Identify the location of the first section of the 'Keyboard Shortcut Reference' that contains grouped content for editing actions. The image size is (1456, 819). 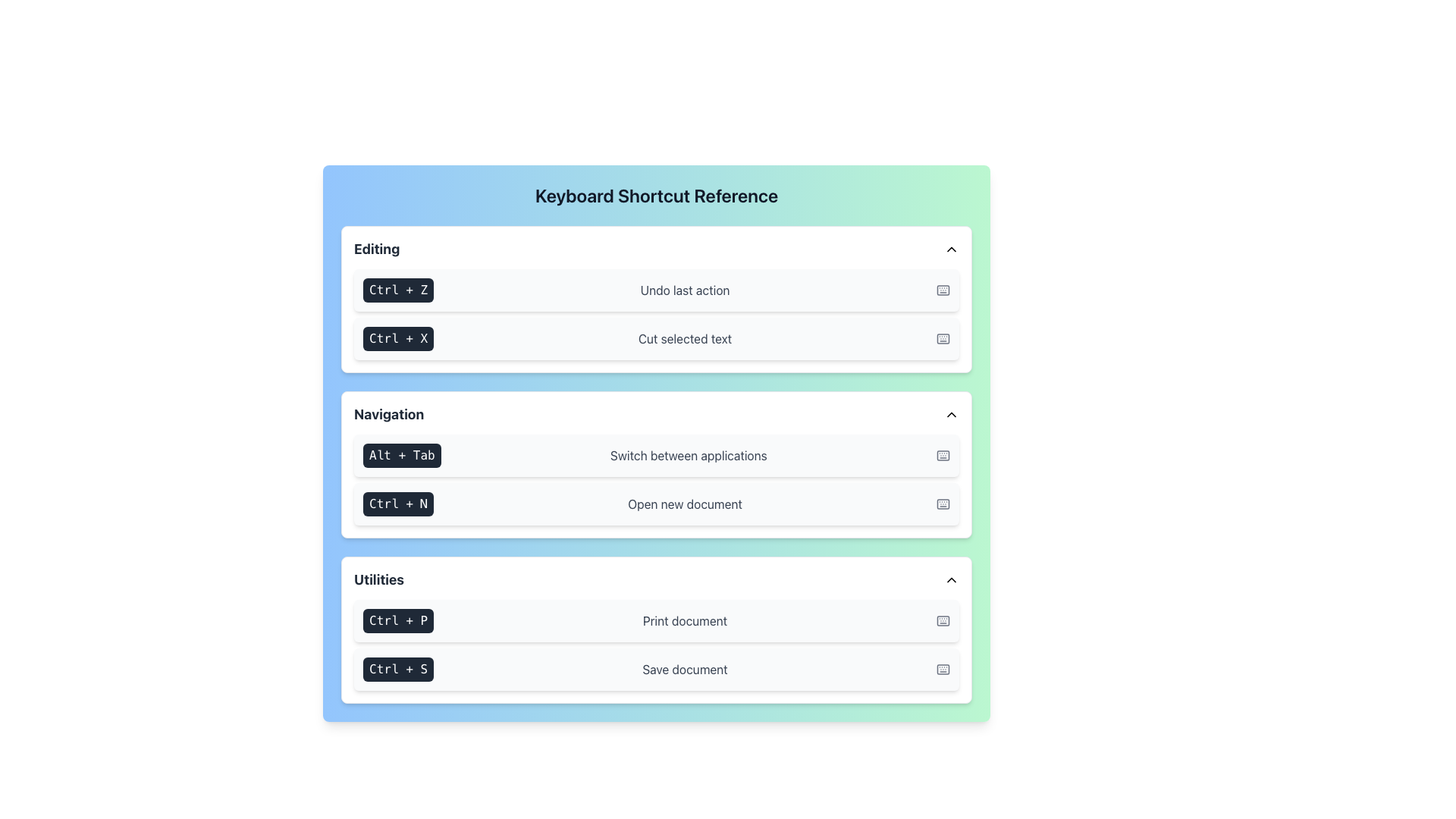
(656, 299).